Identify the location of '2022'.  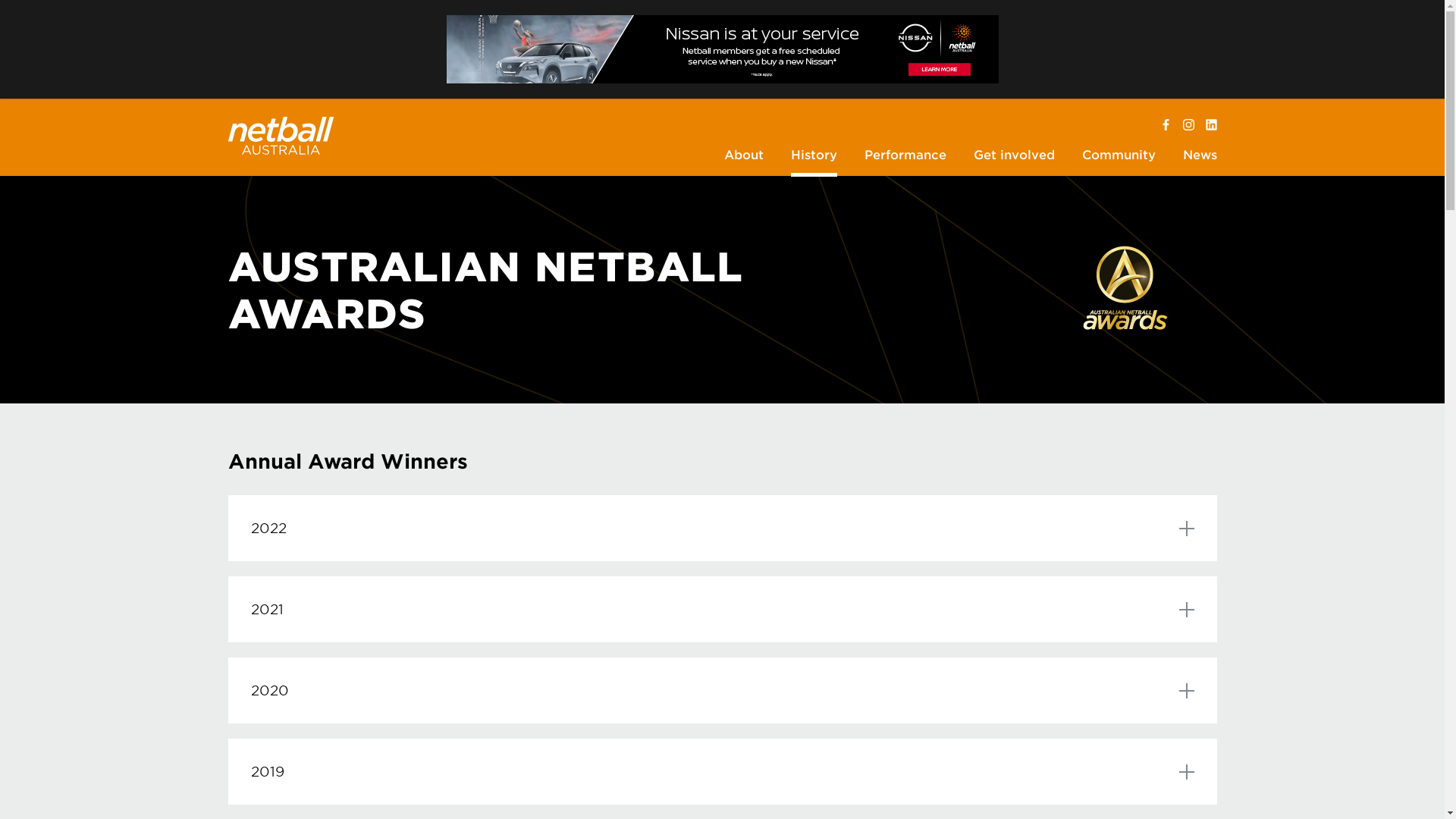
(226, 527).